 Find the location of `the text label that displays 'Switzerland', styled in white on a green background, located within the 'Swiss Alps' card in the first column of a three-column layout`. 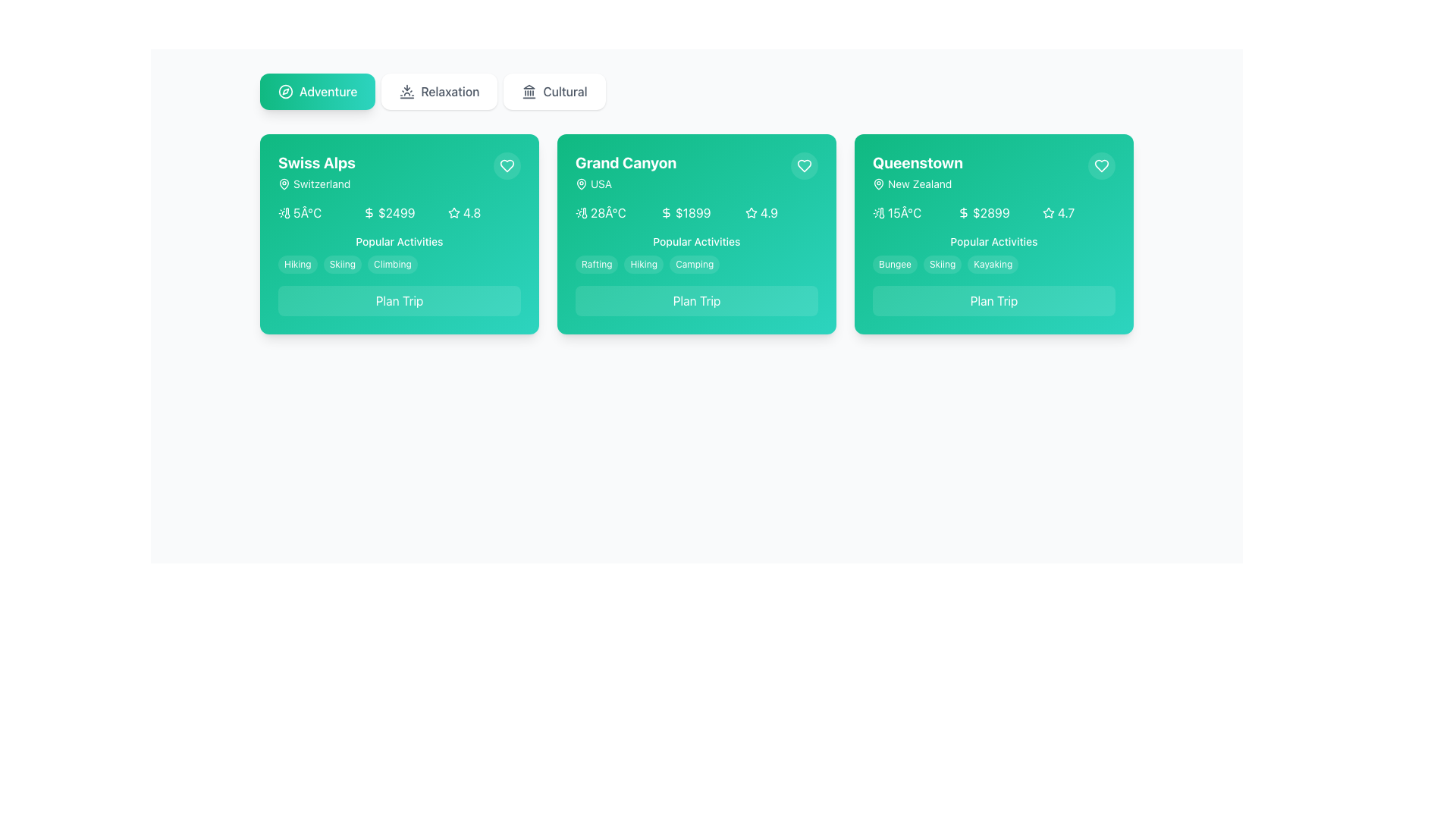

the text label that displays 'Switzerland', styled in white on a green background, located within the 'Swiss Alps' card in the first column of a three-column layout is located at coordinates (321, 184).